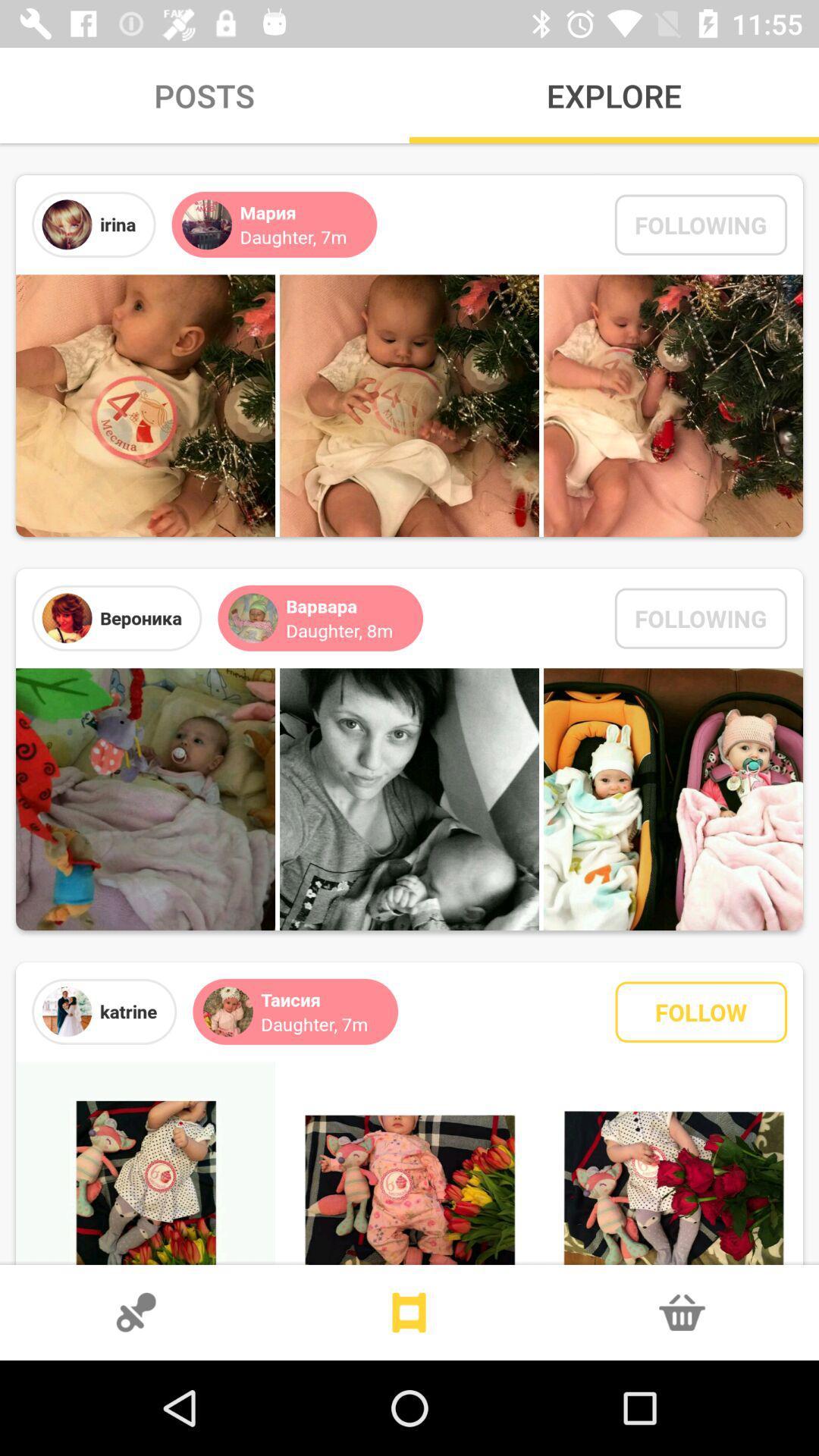 The image size is (819, 1456). Describe the element at coordinates (681, 1312) in the screenshot. I see `shop for pictured items` at that location.